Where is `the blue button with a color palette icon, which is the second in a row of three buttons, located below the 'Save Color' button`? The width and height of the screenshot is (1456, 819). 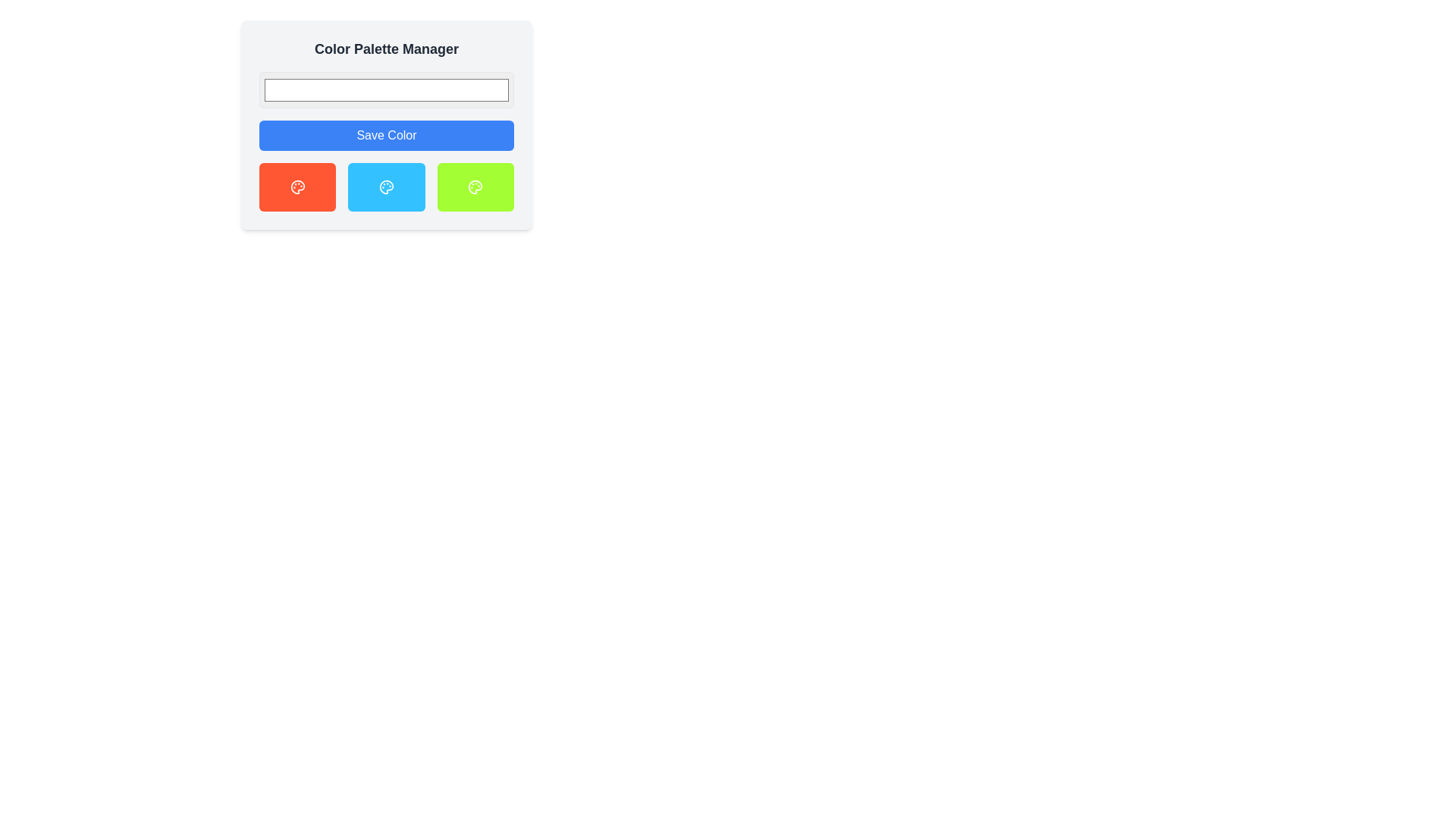 the blue button with a color palette icon, which is the second in a row of three buttons, located below the 'Save Color' button is located at coordinates (386, 186).